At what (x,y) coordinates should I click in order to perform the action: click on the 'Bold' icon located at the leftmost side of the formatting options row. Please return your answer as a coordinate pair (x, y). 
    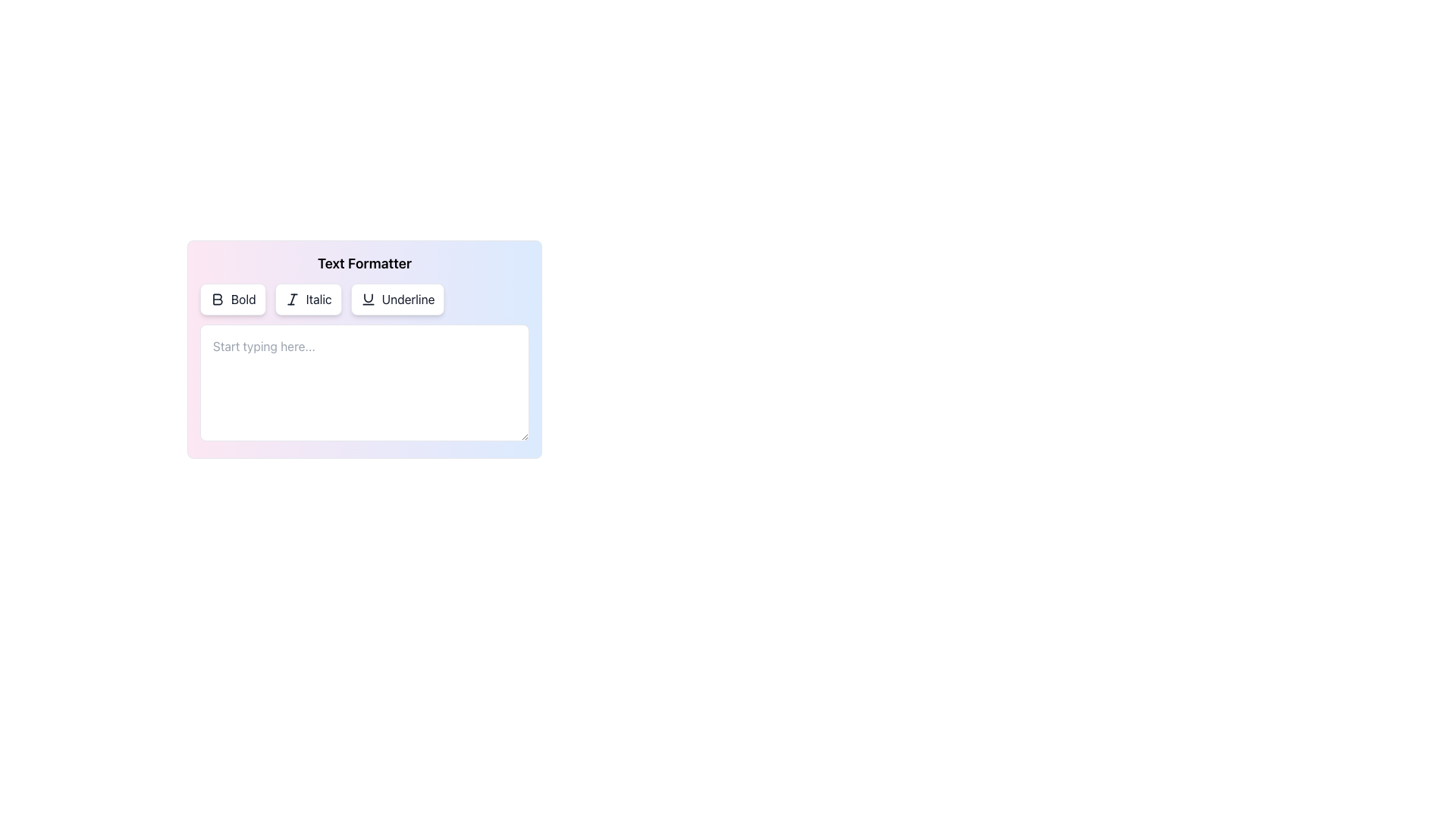
    Looking at the image, I should click on (217, 299).